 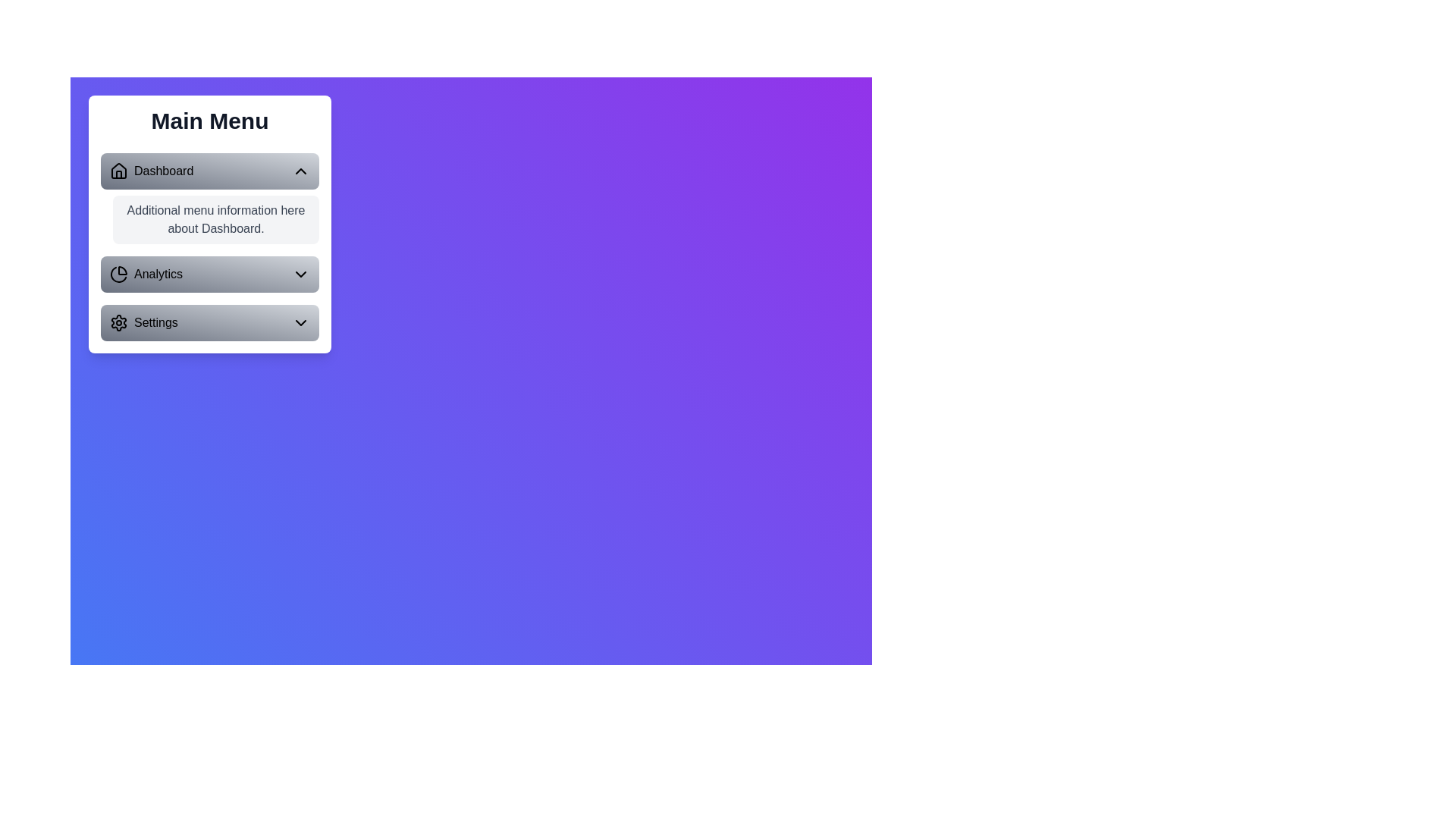 I want to click on the upward-pointing chevron arrow icon located at the top-right corner of the 'Dashboard' button, so click(x=301, y=171).